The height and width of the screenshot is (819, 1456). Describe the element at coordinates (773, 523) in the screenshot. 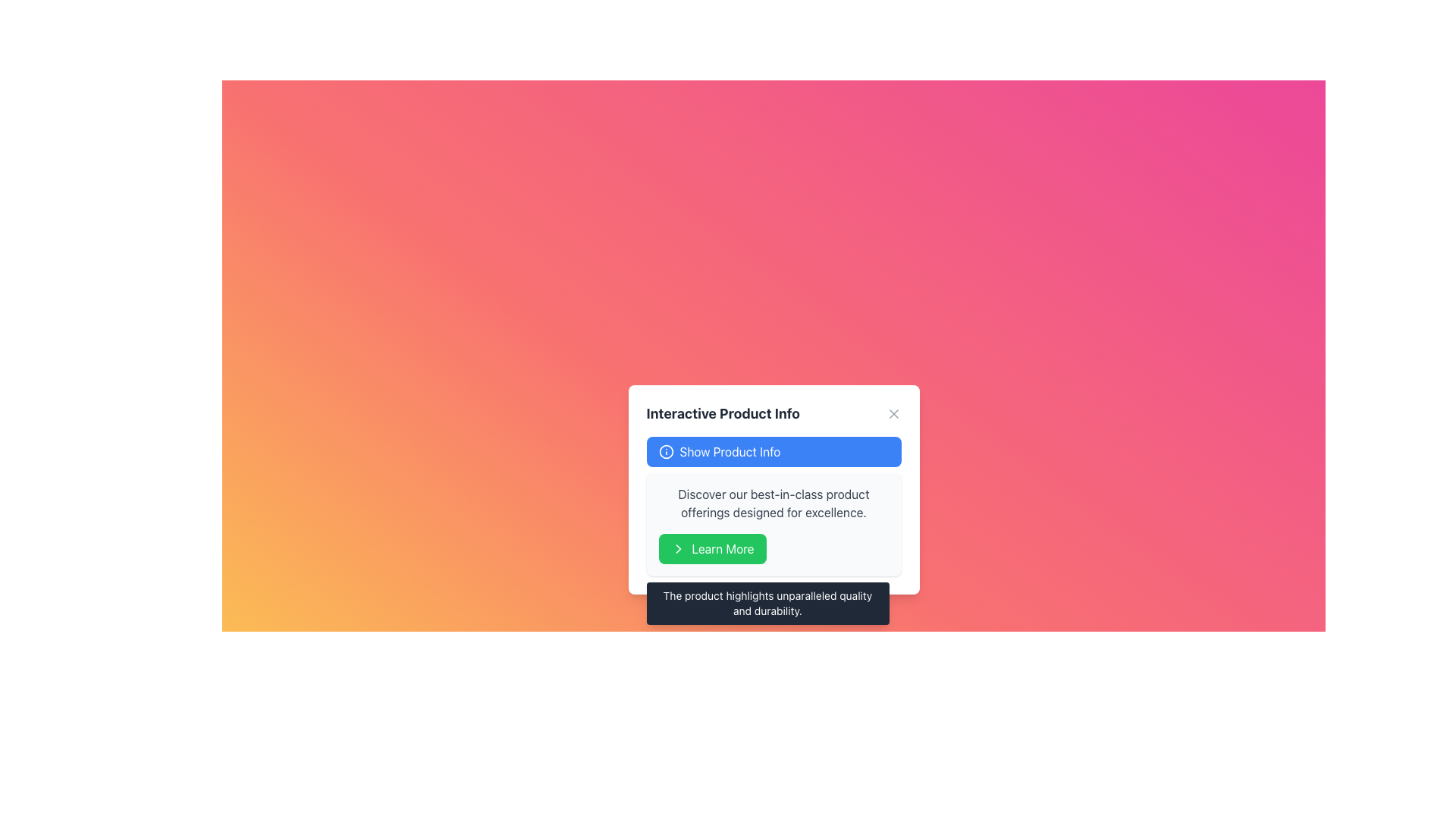

I see `product information from the promotional section located within the modal, which includes a text block and a 'Learn More' button situated below the 'Show Product Info' button` at that location.